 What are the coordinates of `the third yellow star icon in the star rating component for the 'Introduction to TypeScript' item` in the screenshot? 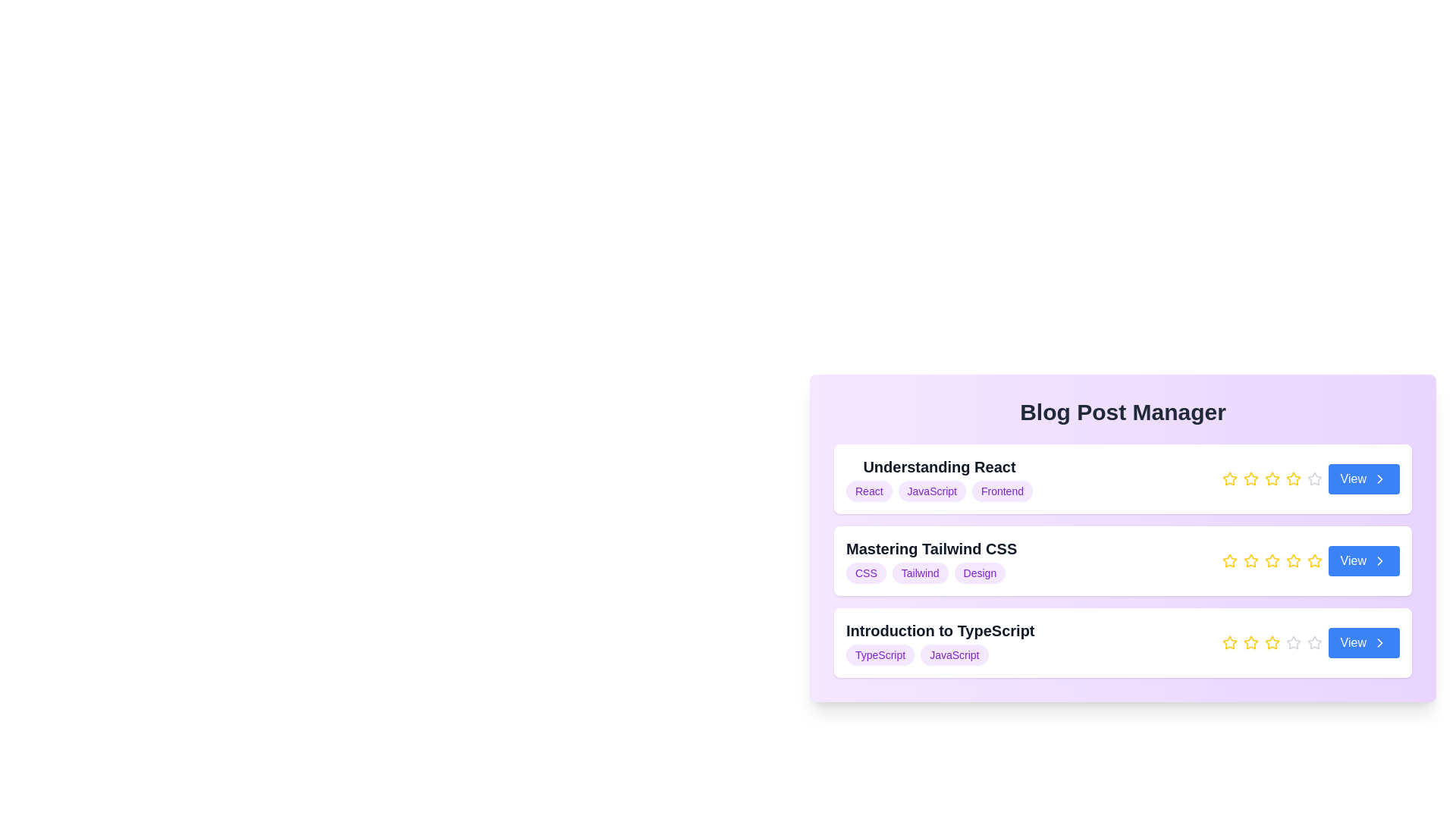 It's located at (1250, 643).